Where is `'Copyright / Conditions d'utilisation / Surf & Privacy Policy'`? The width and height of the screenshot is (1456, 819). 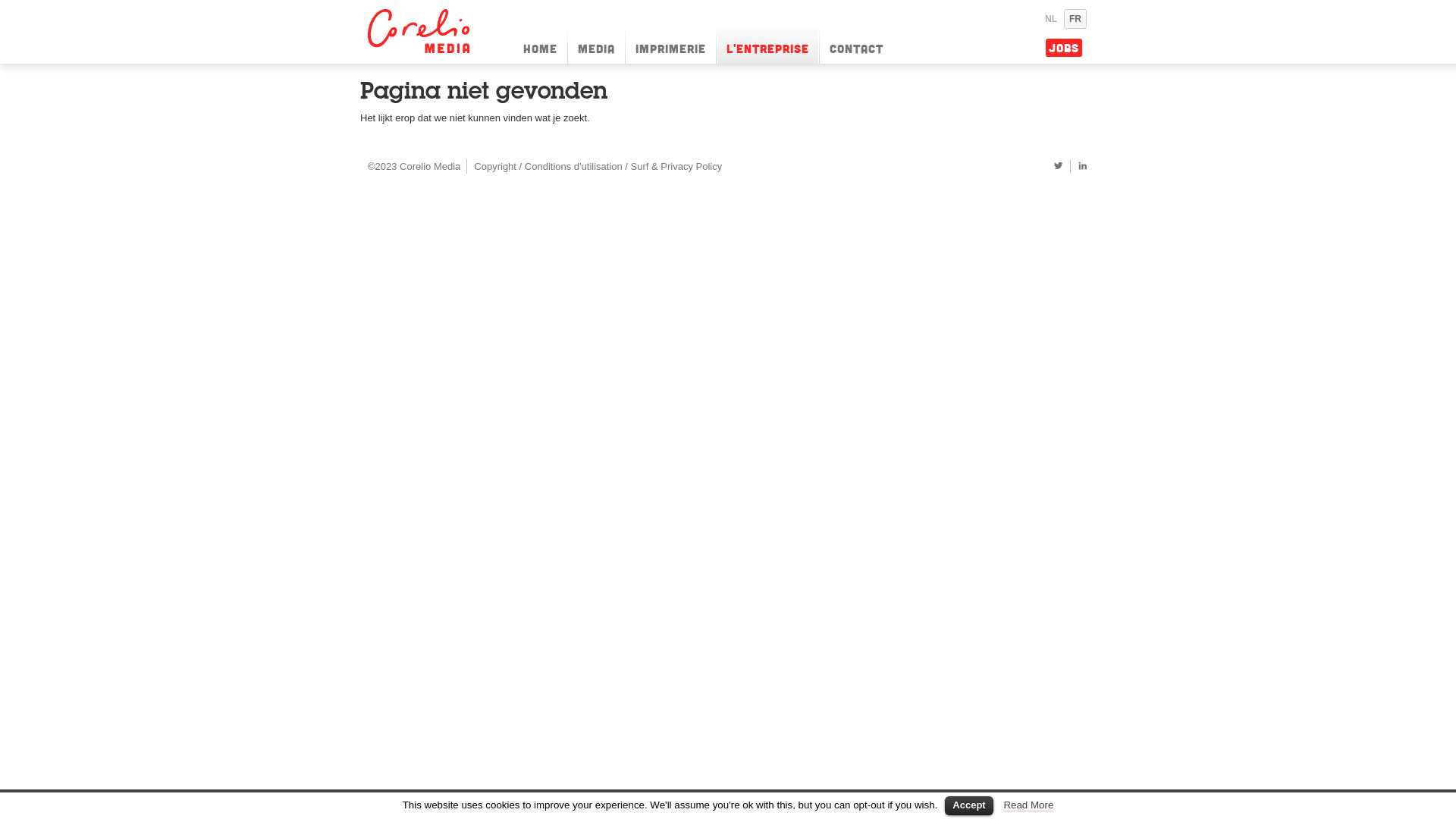
'Copyright / Conditions d'utilisation / Surf & Privacy Policy' is located at coordinates (597, 165).